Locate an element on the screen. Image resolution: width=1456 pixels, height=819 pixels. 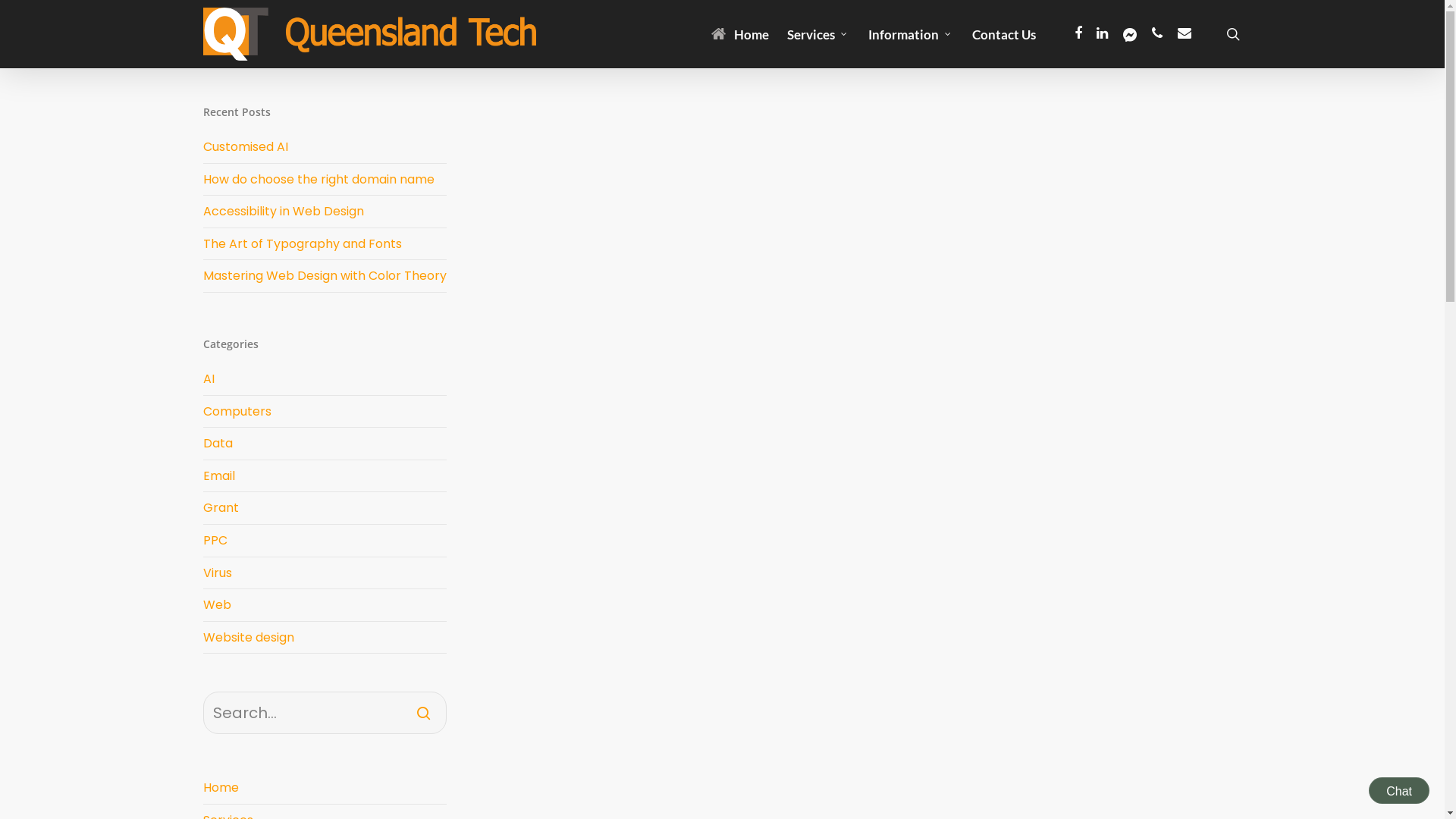
'Customised AI' is located at coordinates (246, 146).